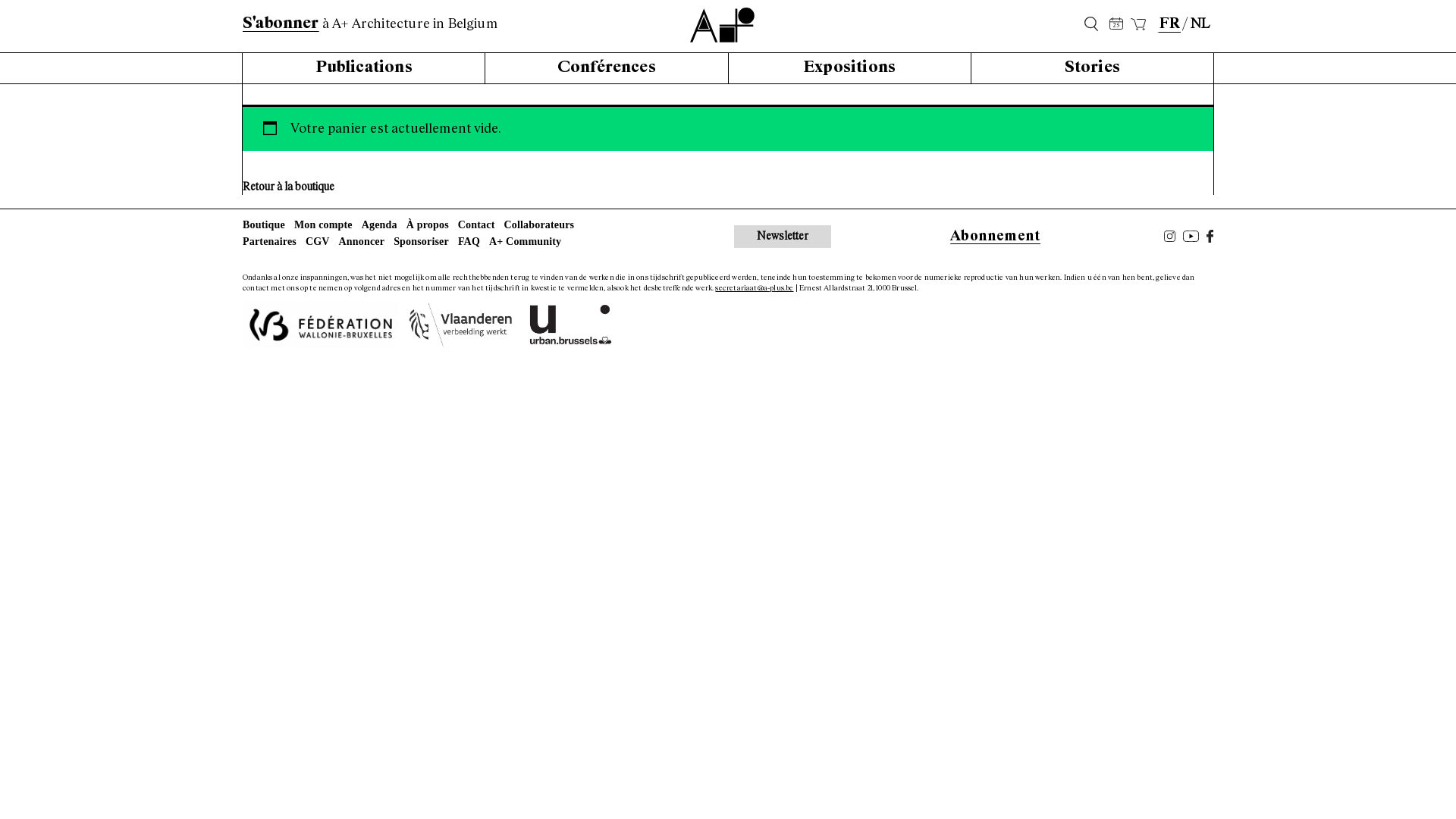 Image resolution: width=1456 pixels, height=819 pixels. What do you see at coordinates (362, 67) in the screenshot?
I see `'Publications'` at bounding box center [362, 67].